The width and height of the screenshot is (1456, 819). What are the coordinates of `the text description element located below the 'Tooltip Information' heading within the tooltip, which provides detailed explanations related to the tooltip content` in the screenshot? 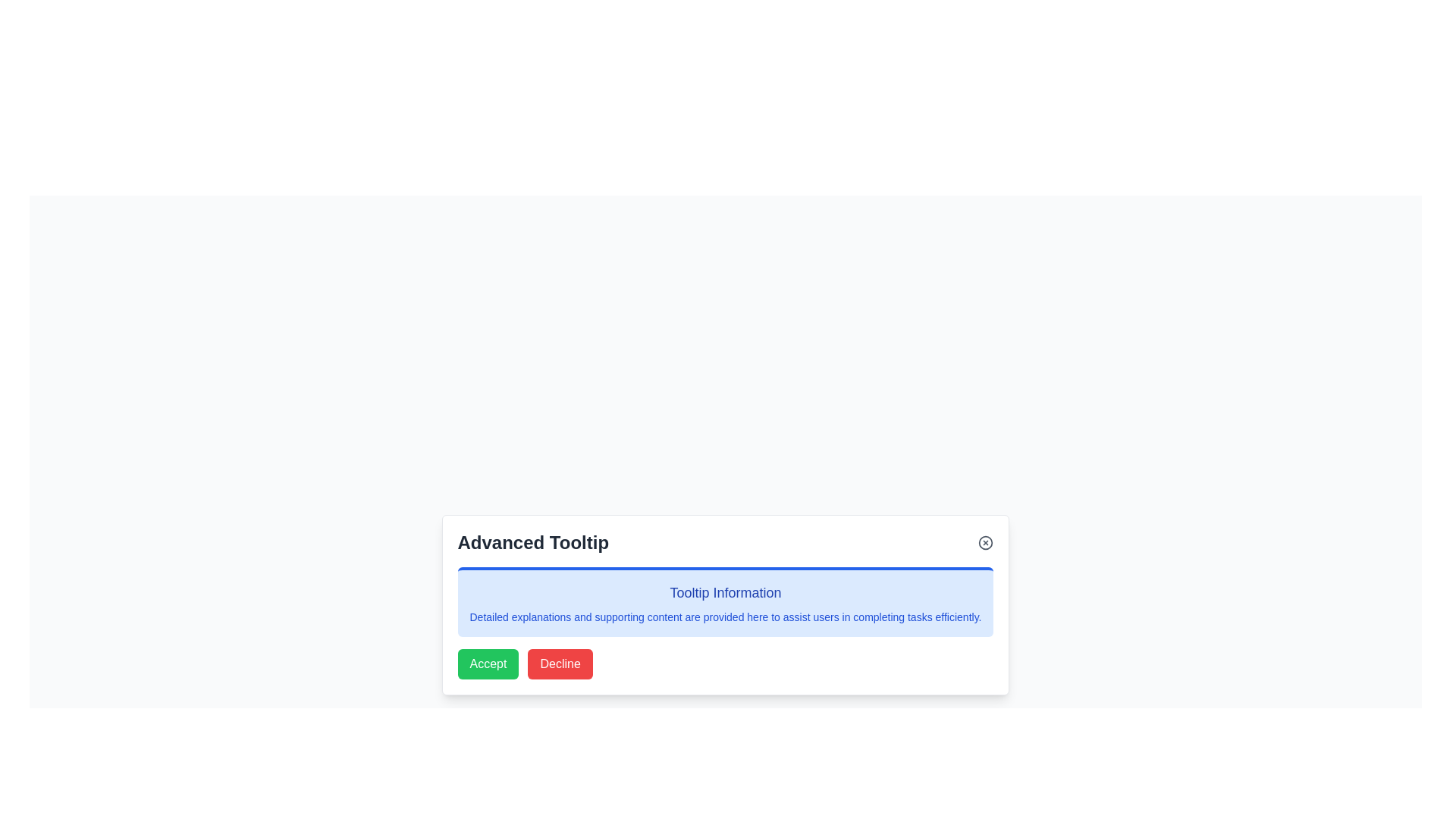 It's located at (724, 617).